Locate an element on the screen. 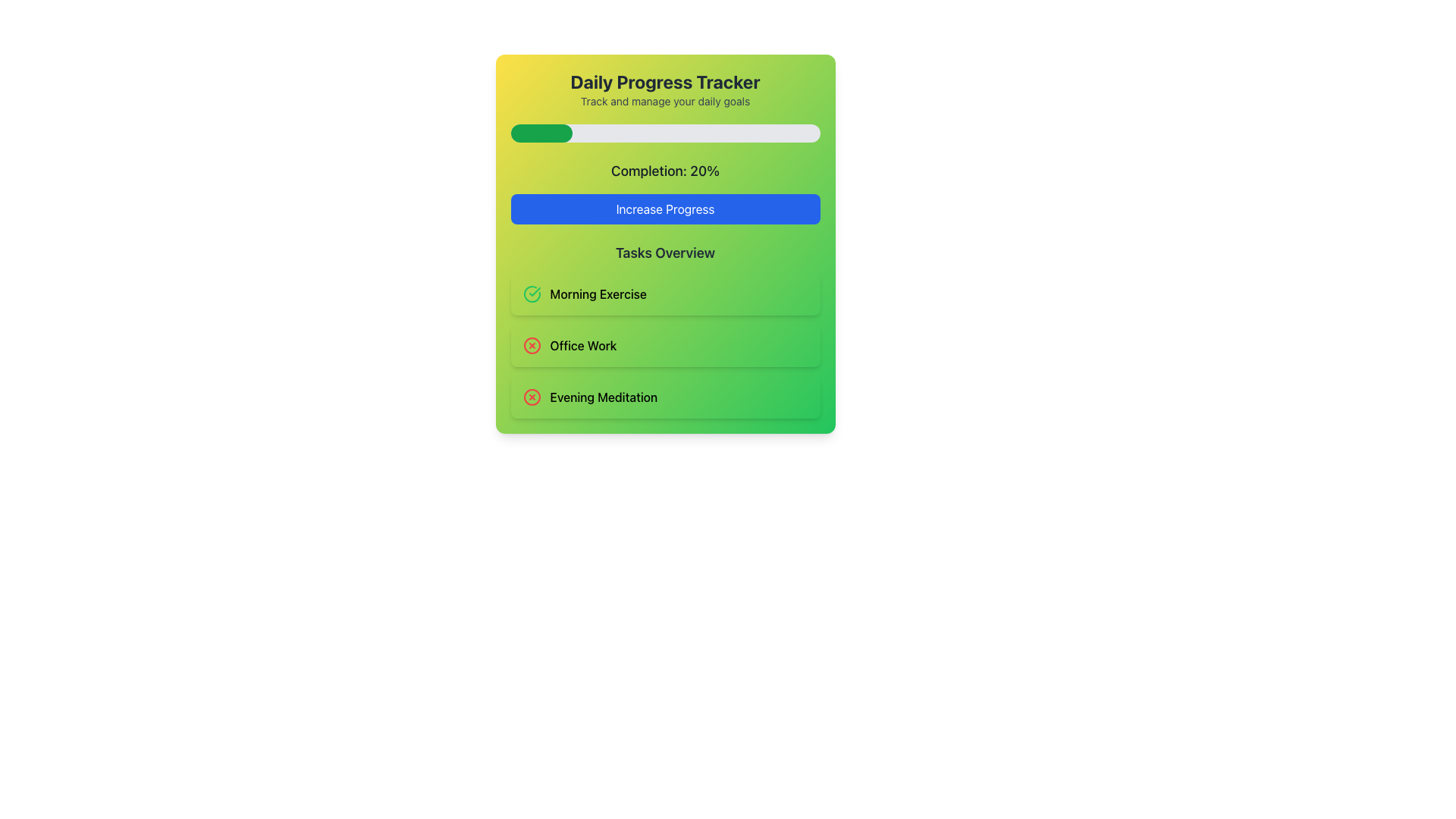 Image resolution: width=1456 pixels, height=819 pixels. the text label that provides a succinct explanation or subtitle to the primary header 'Daily Progress Tracker', located centrally at the top of the layout below the header text is located at coordinates (665, 102).